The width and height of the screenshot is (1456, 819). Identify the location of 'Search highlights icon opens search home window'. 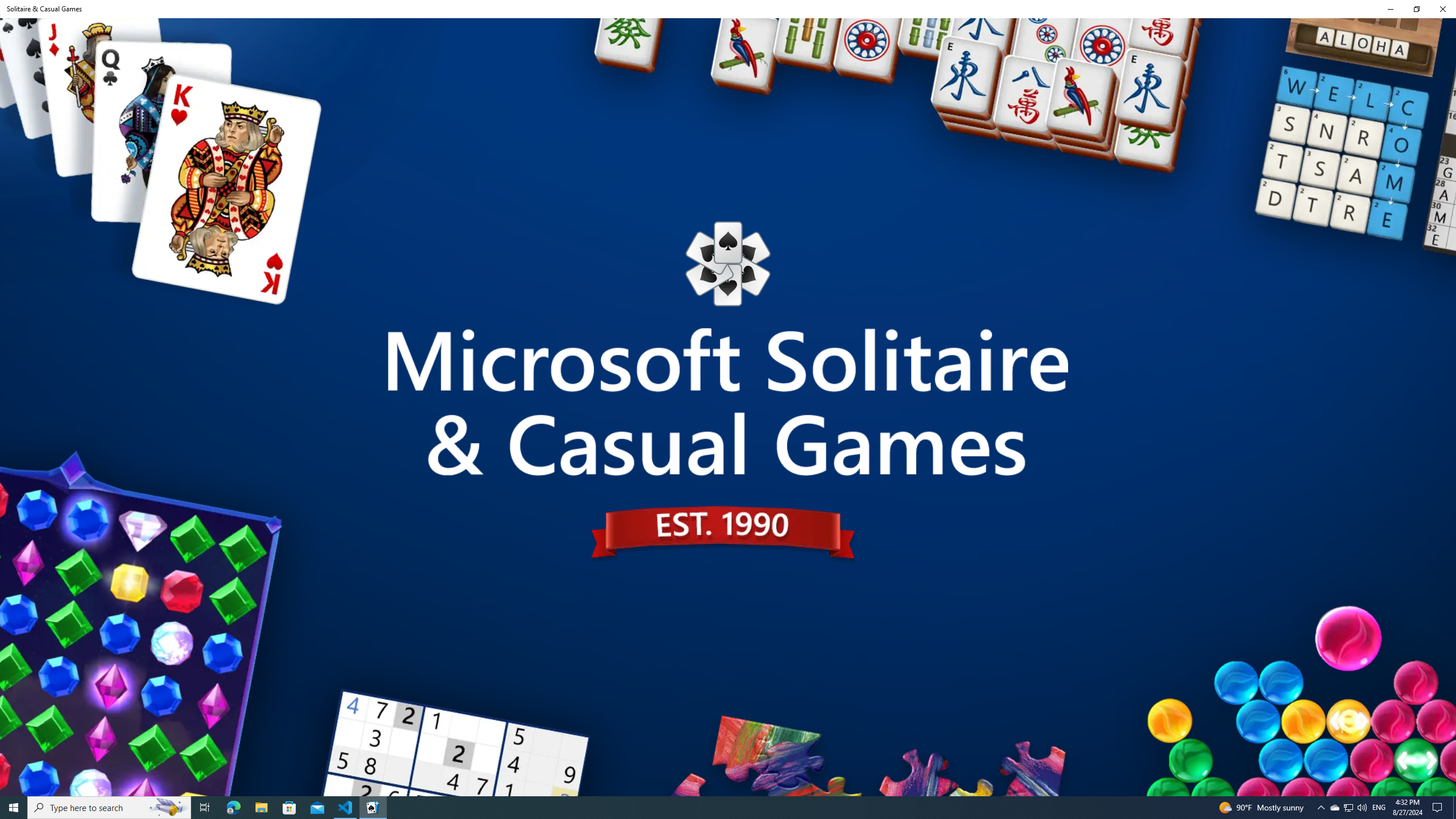
(167, 806).